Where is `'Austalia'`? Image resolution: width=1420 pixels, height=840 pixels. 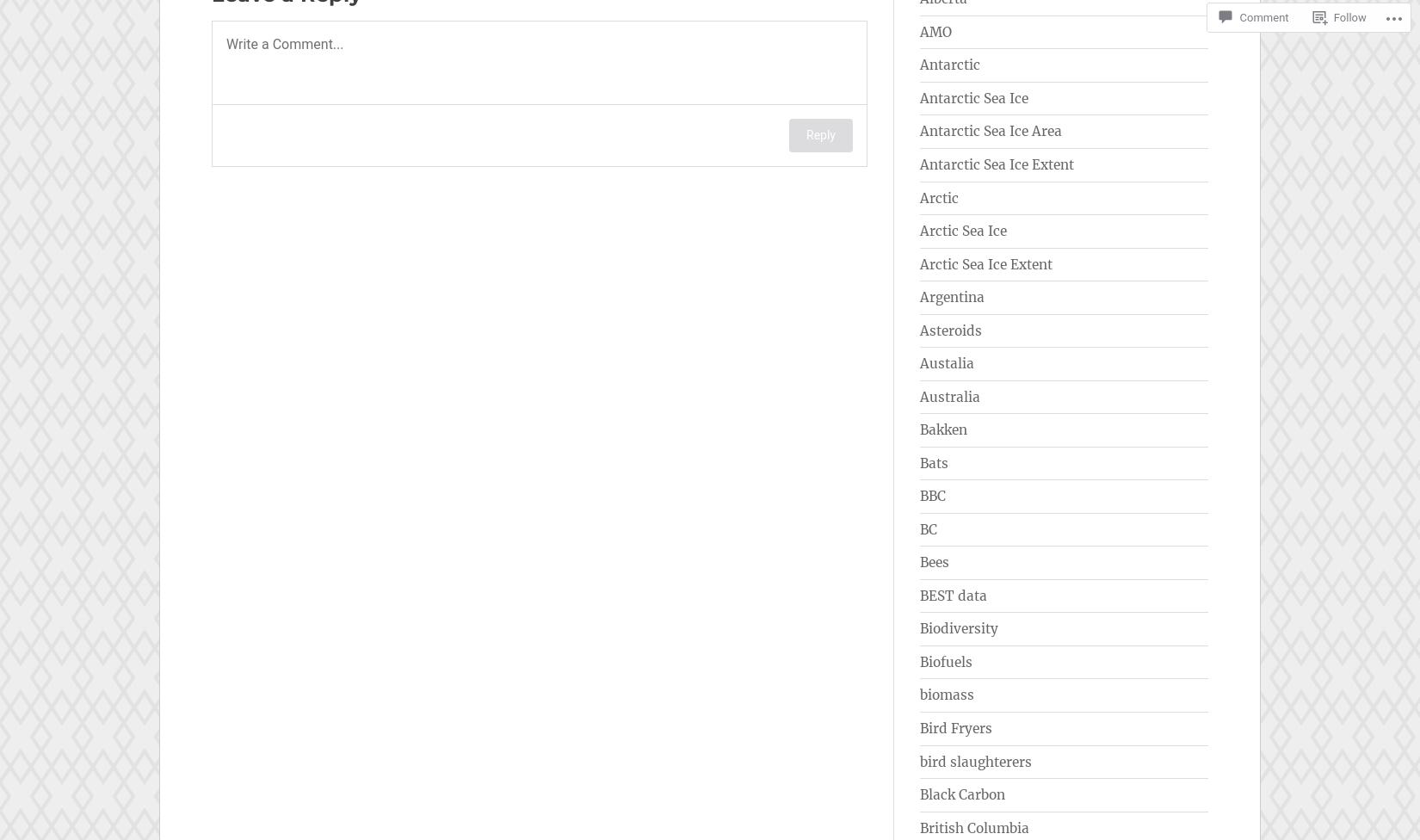
'Austalia' is located at coordinates (947, 362).